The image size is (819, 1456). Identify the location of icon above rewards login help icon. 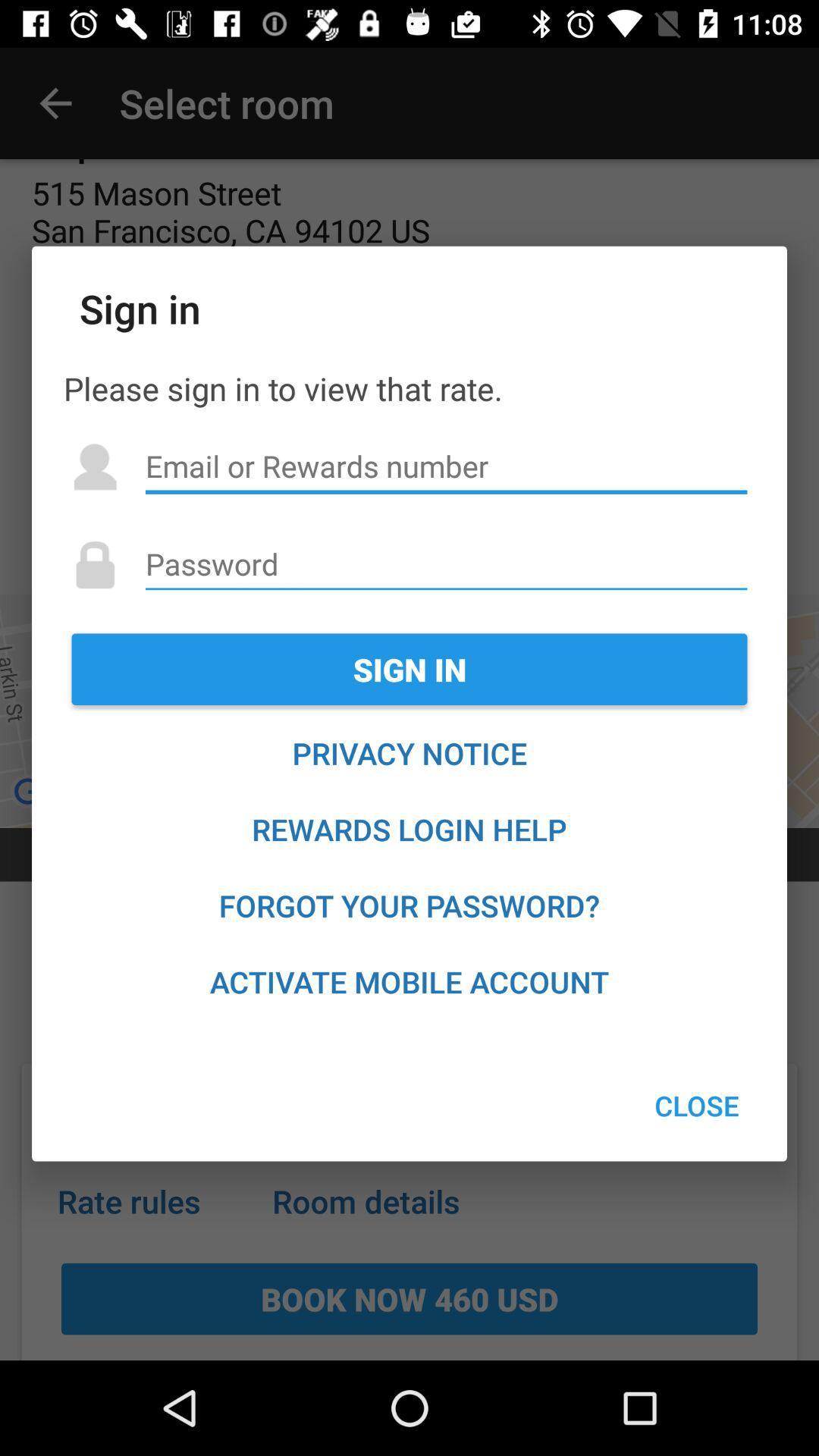
(409, 753).